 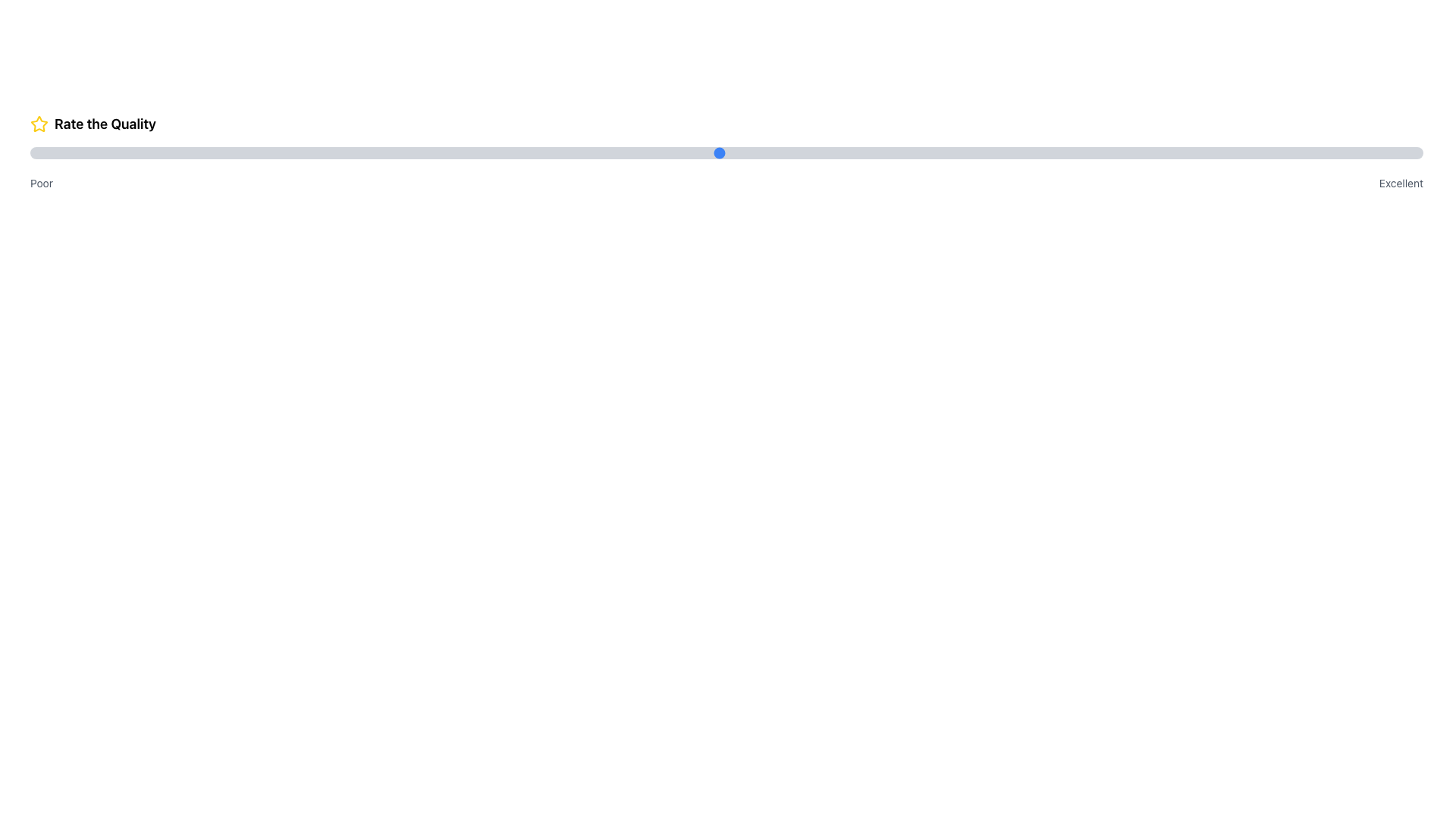 I want to click on the 'Poor' text label at the bottom left of the rating scale, which indicates the lowest rating, so click(x=41, y=183).